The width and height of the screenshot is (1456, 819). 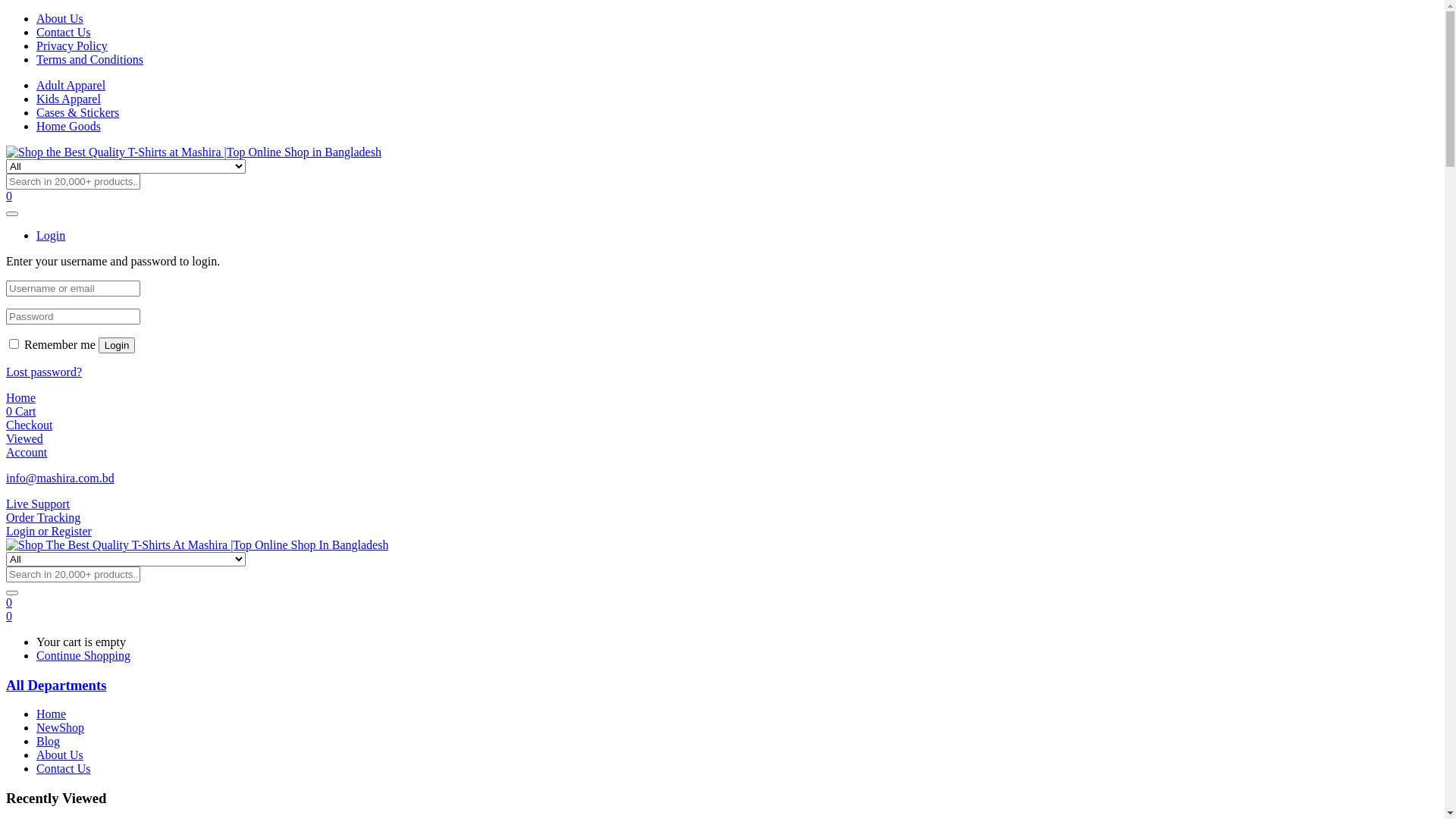 I want to click on 'Continue Shopping', so click(x=83, y=654).